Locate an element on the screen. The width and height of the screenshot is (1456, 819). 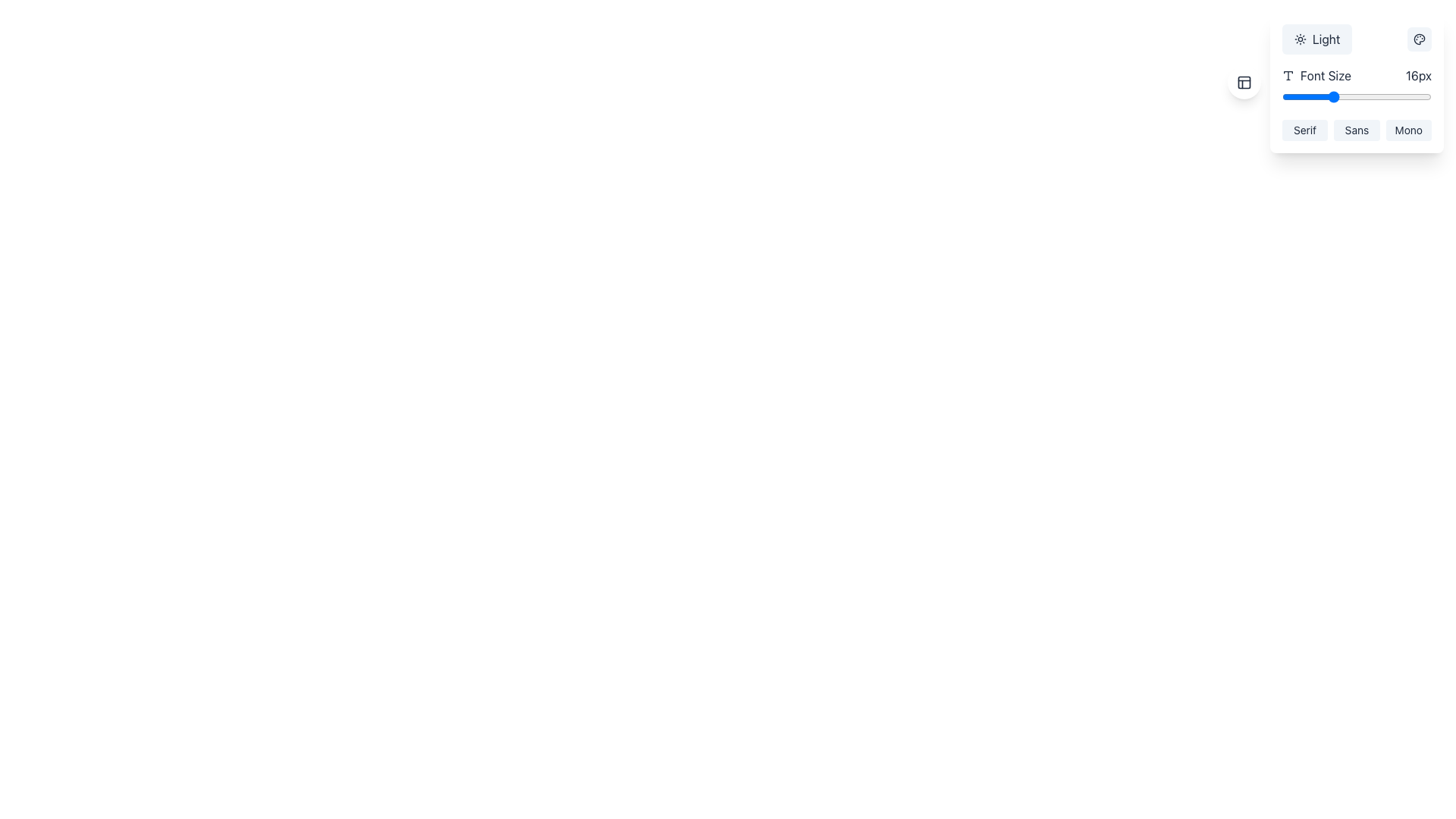
the circular button with a white background and a dark-colored panel view icon is located at coordinates (1244, 82).